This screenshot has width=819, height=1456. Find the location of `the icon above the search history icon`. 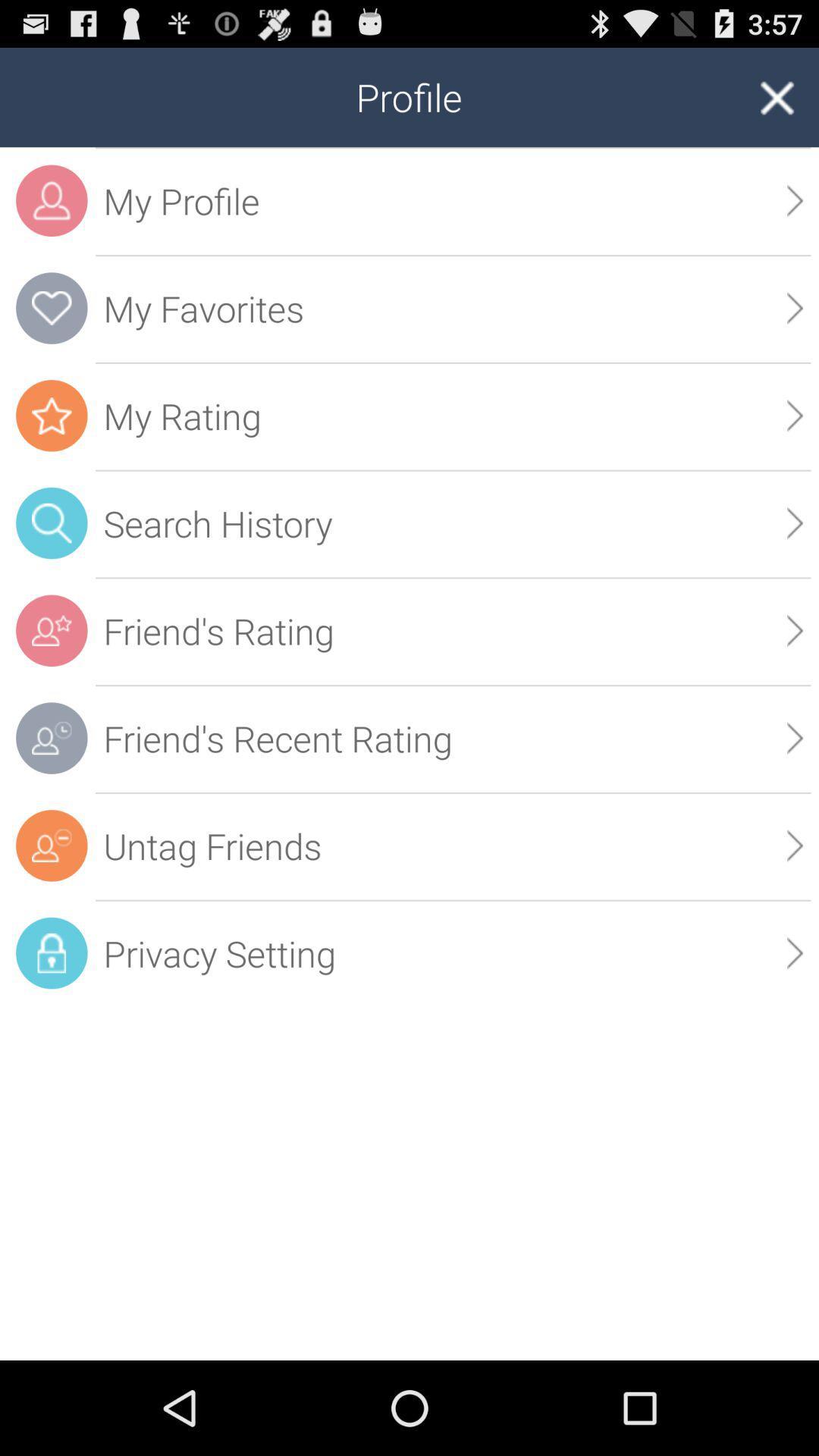

the icon above the search history icon is located at coordinates (794, 416).